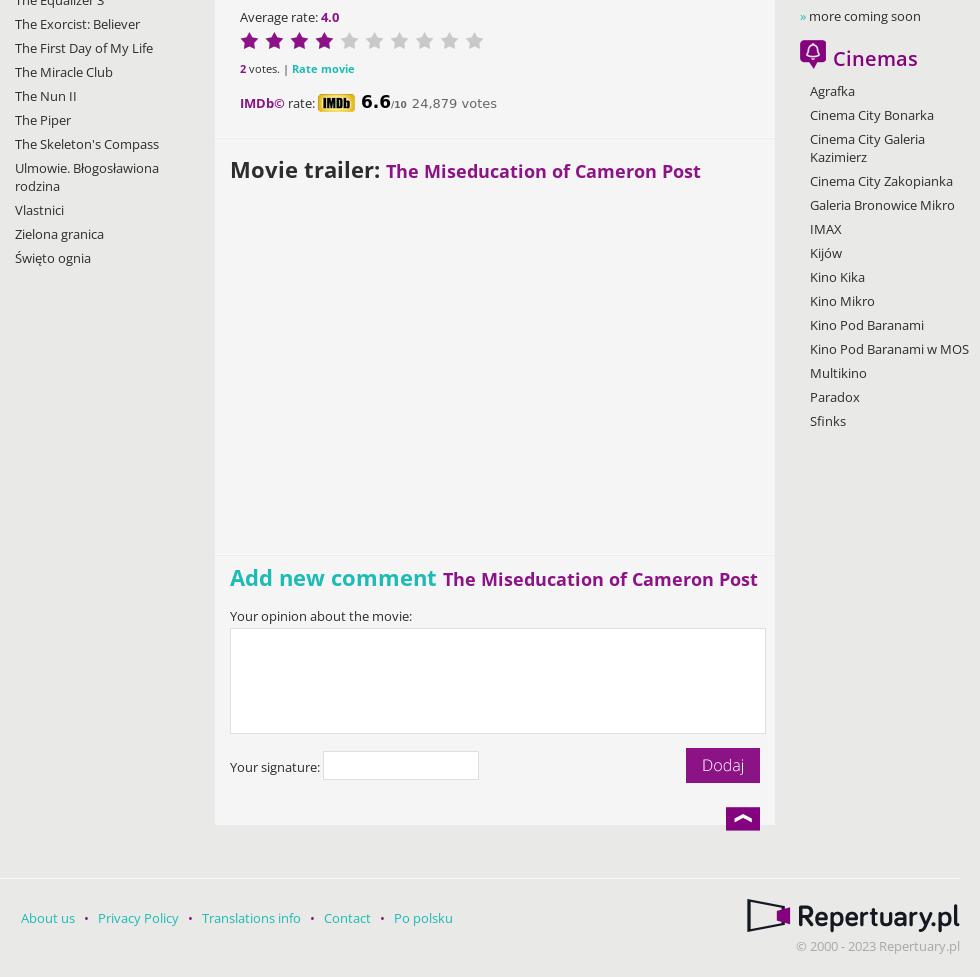  I want to click on 'more coming soon', so click(865, 16).